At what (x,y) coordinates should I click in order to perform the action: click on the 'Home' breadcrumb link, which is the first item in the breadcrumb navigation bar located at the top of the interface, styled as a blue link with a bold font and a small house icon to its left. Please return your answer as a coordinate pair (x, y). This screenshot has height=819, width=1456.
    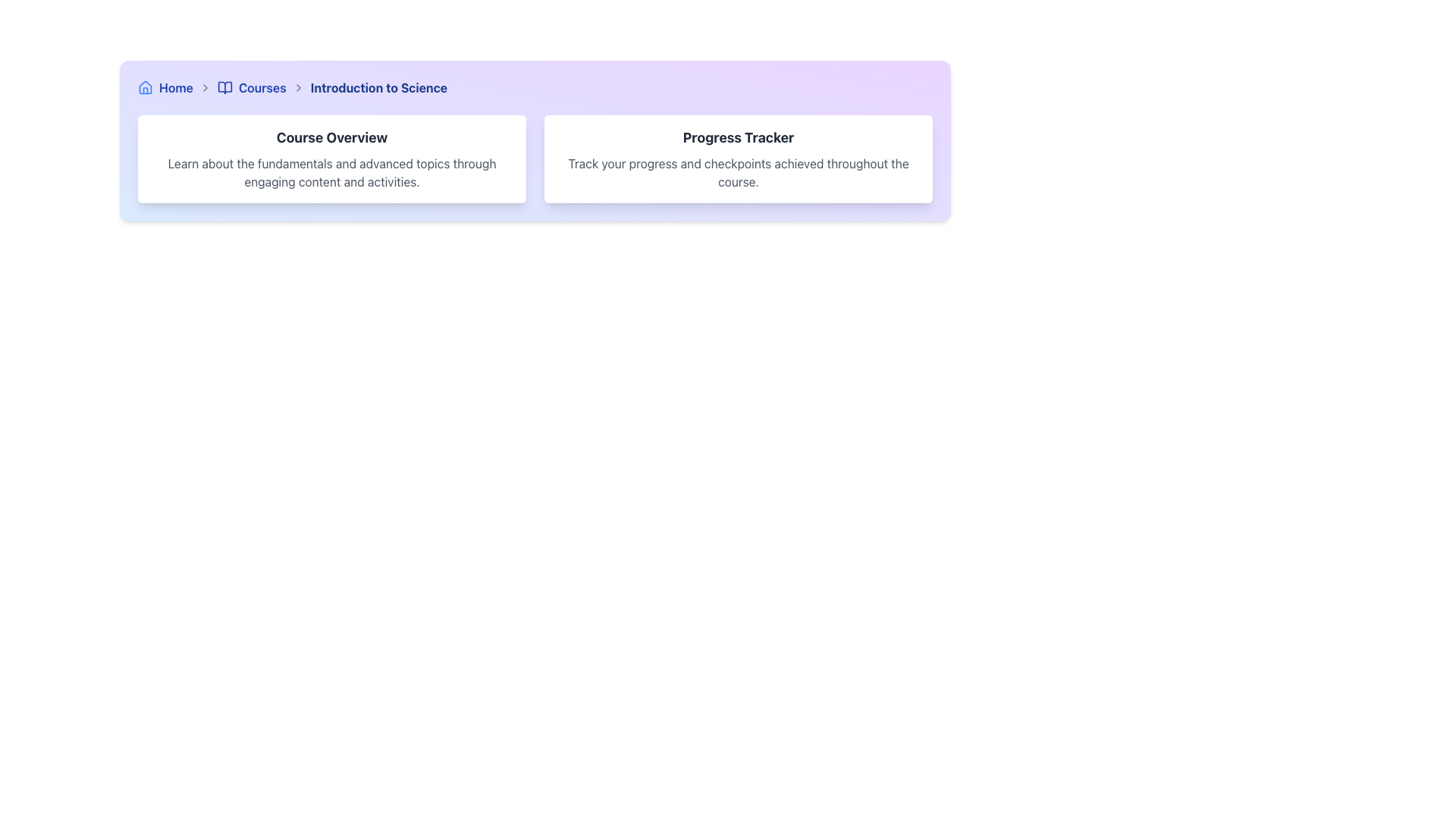
    Looking at the image, I should click on (165, 87).